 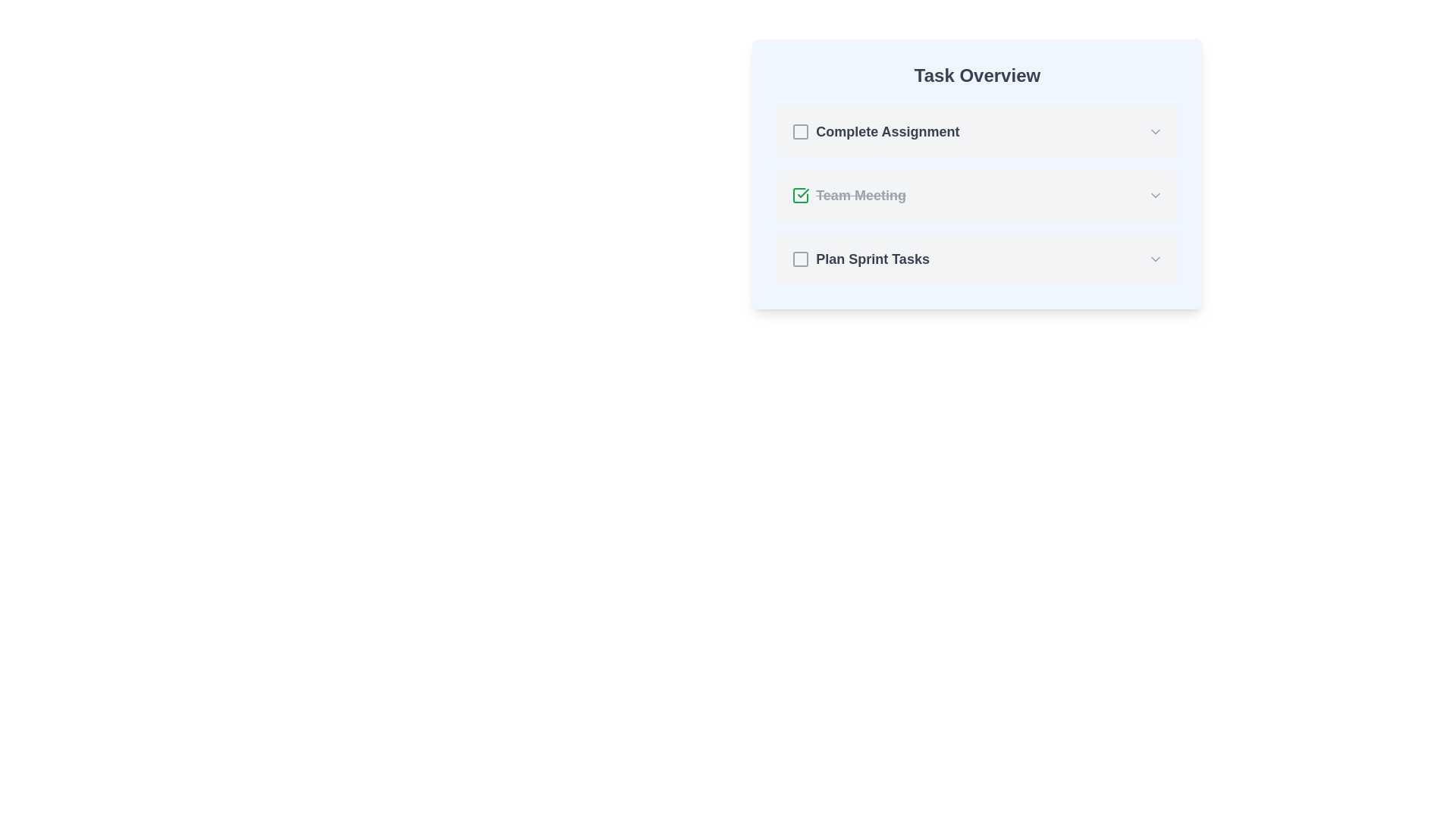 What do you see at coordinates (861, 195) in the screenshot?
I see `the text label reading 'Team Meeting', which is styled with a strikethrough and medium gray color, indicating its completed status` at bounding box center [861, 195].